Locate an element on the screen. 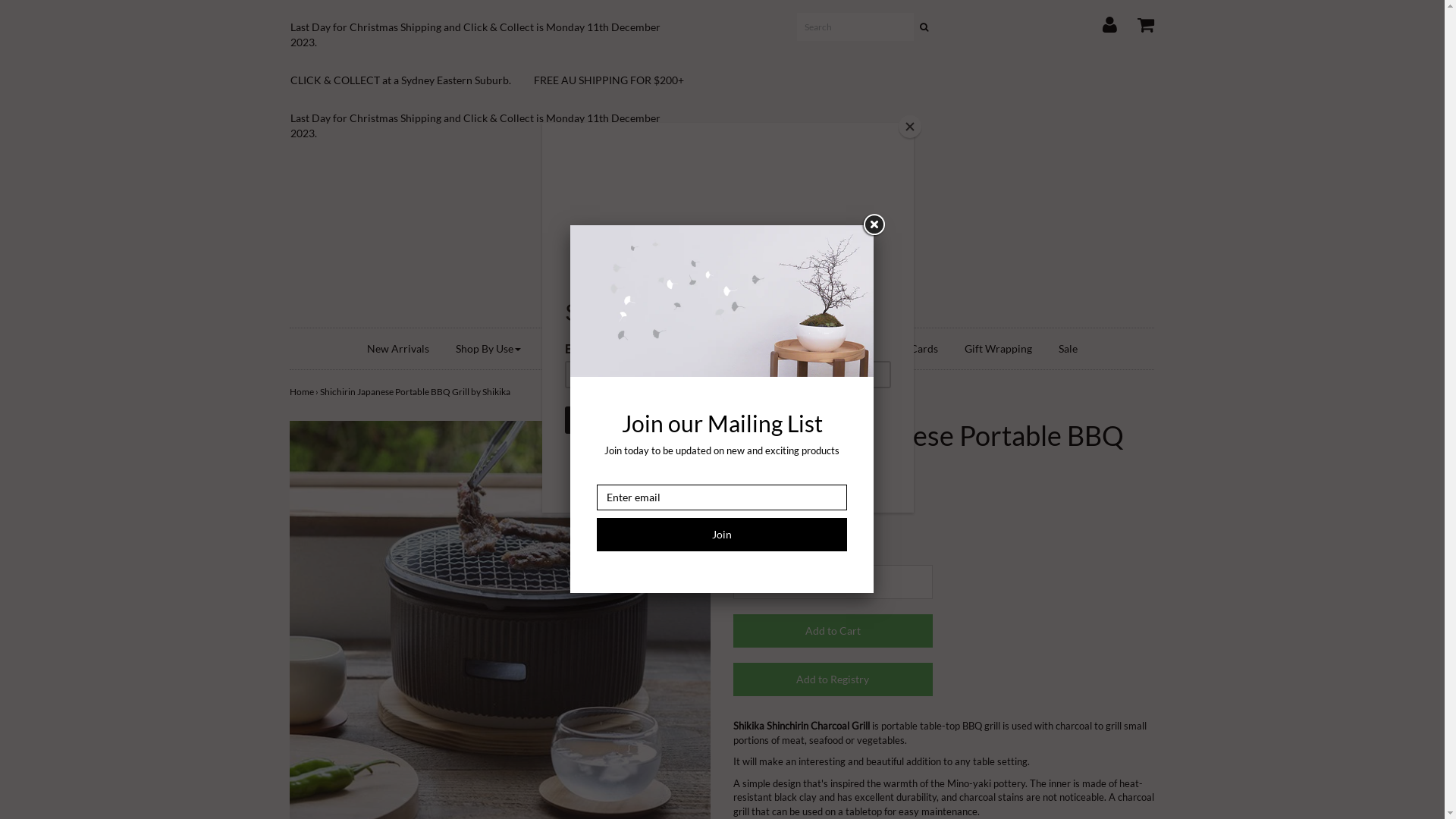  'Shop by Material' is located at coordinates (589, 348).